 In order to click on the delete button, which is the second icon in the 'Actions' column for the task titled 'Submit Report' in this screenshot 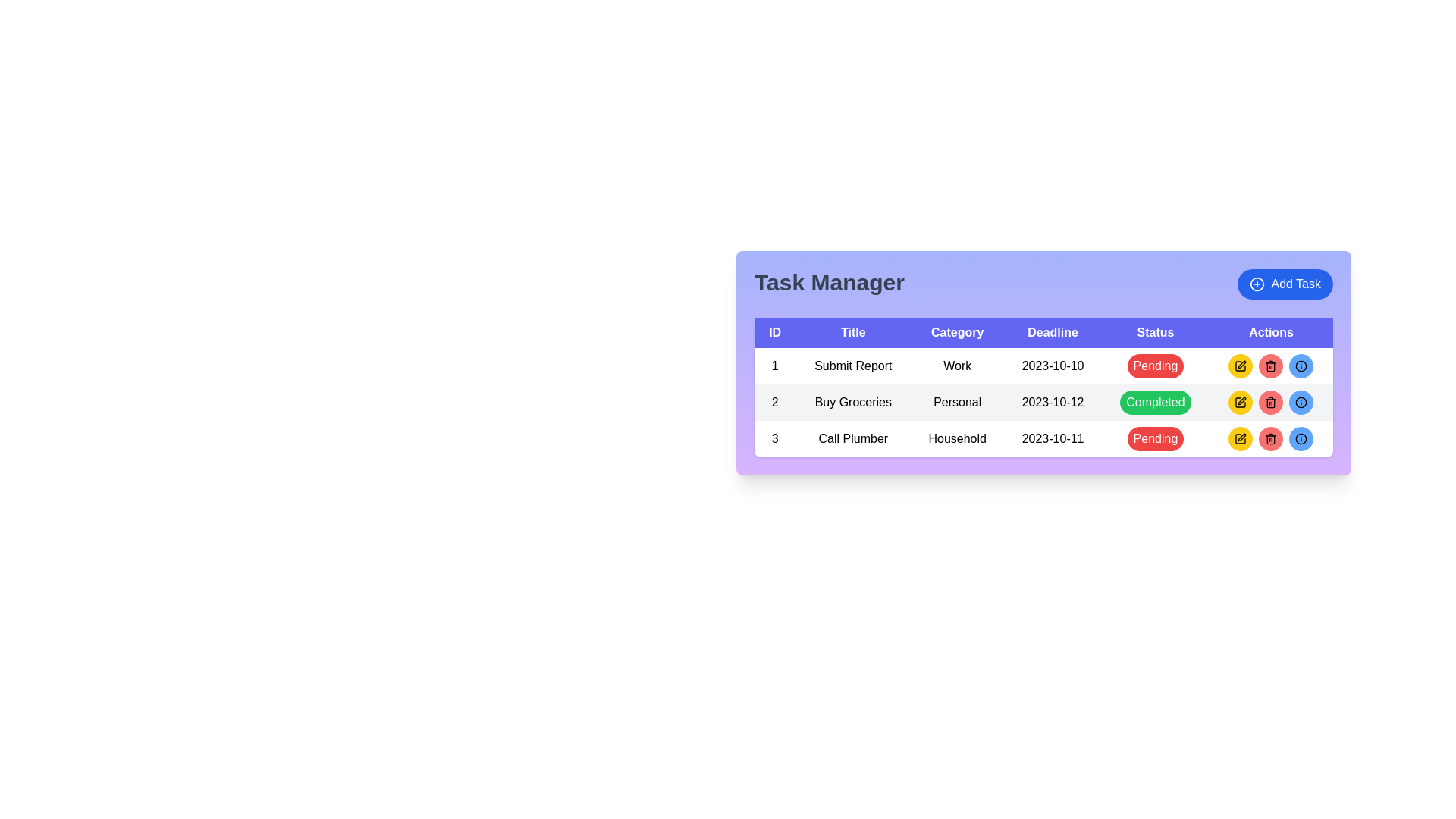, I will do `click(1270, 402)`.